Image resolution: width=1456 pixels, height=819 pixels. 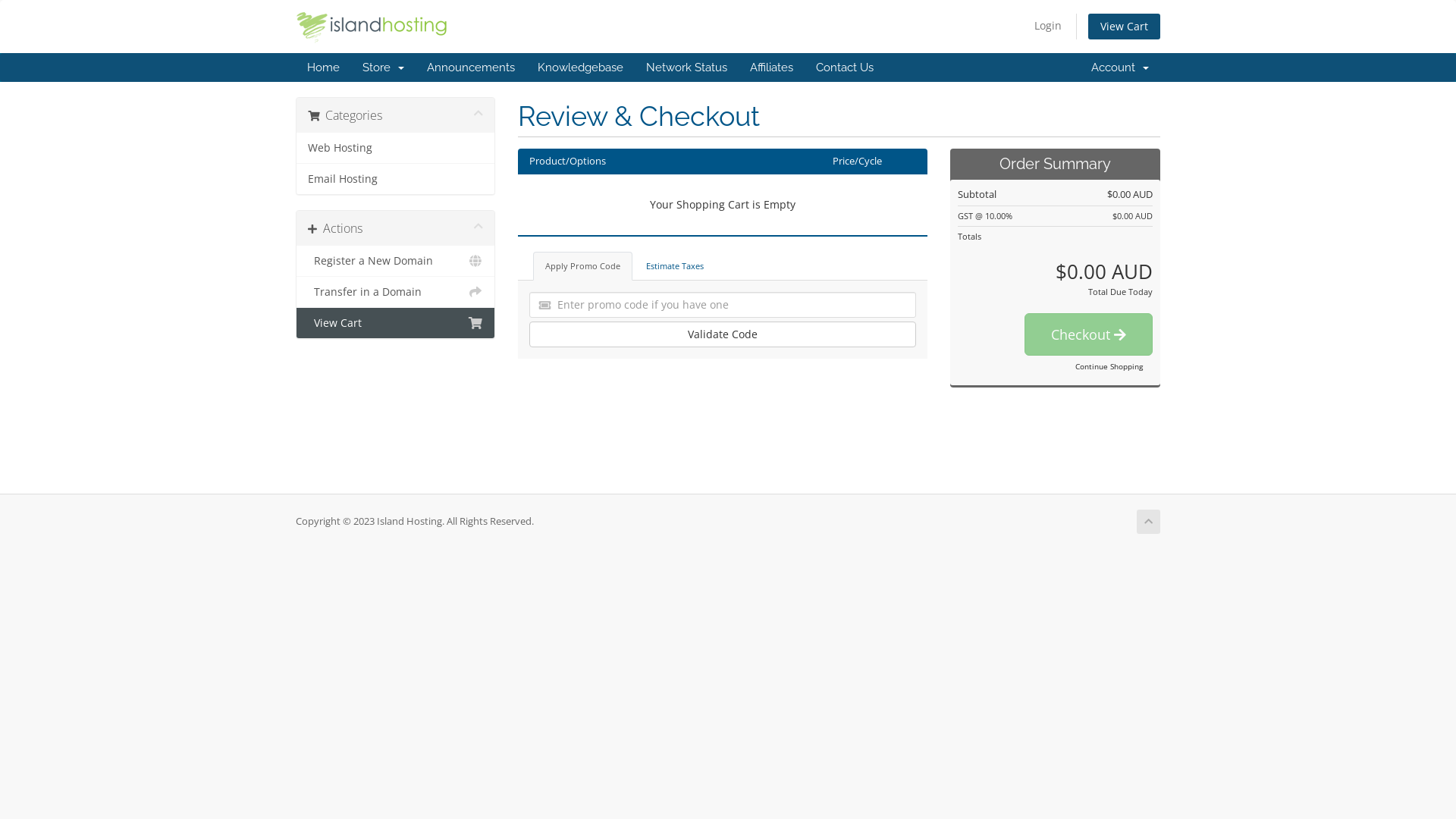 What do you see at coordinates (1120, 66) in the screenshot?
I see `'Account  '` at bounding box center [1120, 66].